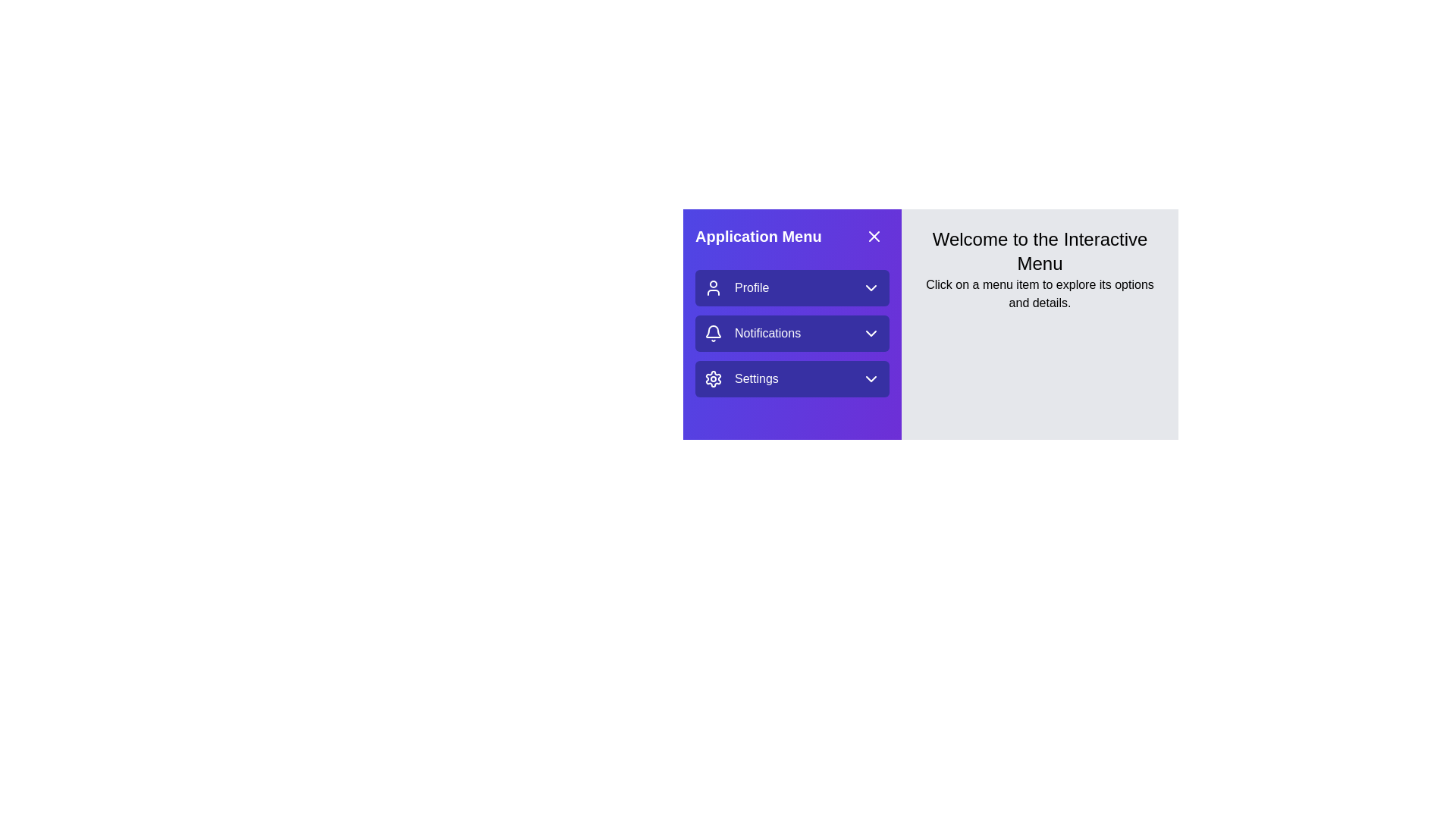  I want to click on the SVG Icon (Chevron Down) that is positioned to the right of the 'Profile' menu item, so click(871, 288).